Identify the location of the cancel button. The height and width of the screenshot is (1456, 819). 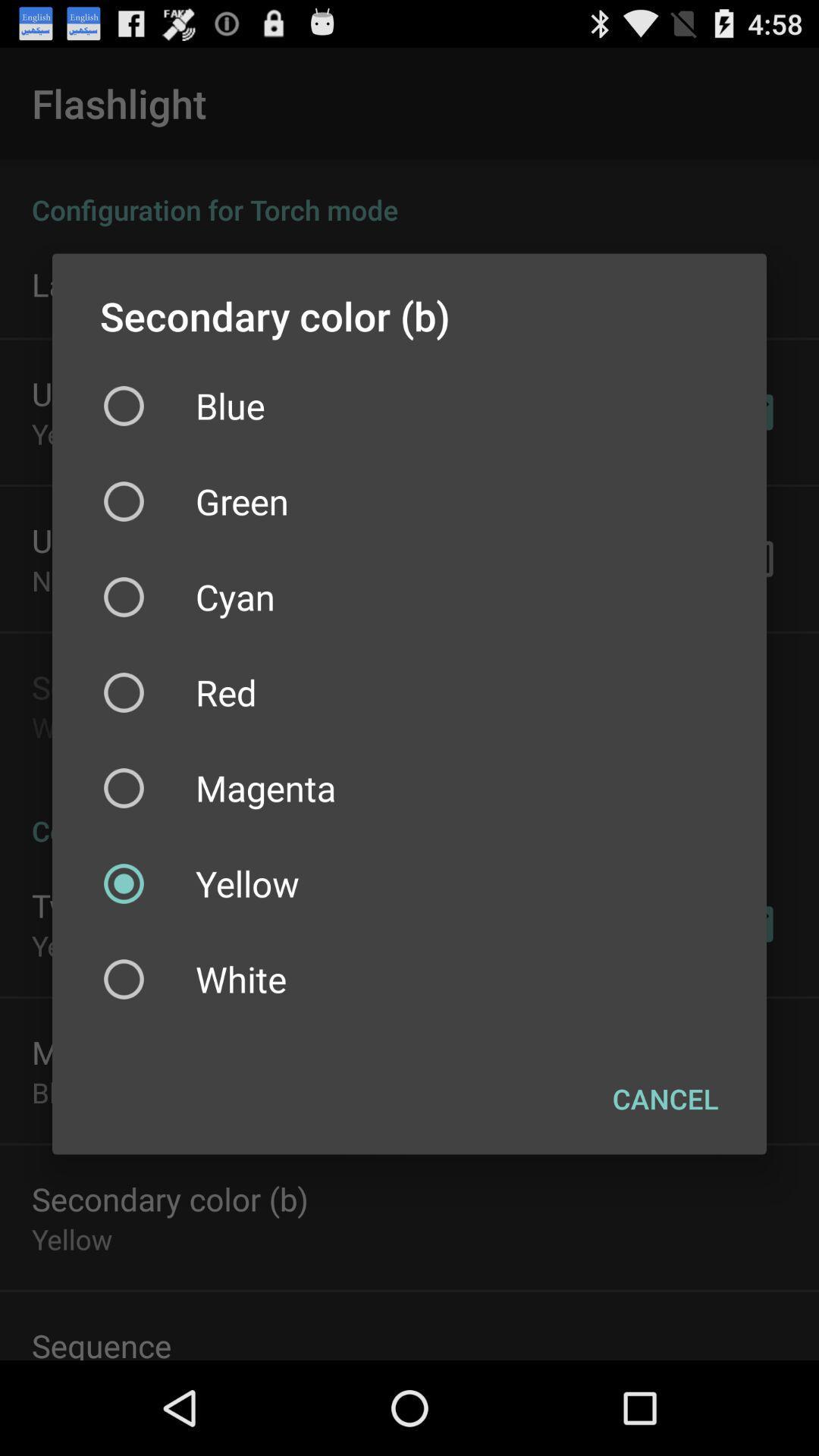
(664, 1099).